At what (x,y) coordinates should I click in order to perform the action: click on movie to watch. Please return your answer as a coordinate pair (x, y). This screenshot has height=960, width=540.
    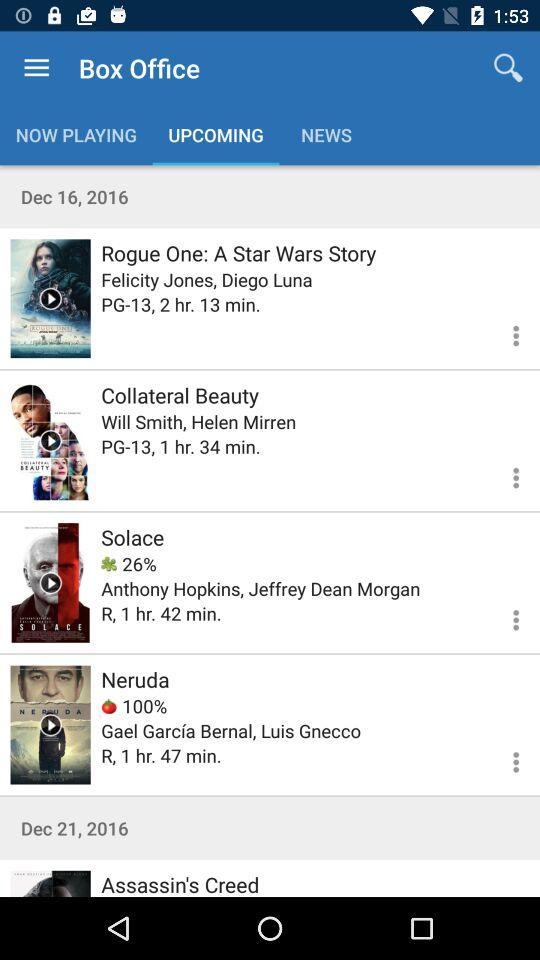
    Looking at the image, I should click on (50, 440).